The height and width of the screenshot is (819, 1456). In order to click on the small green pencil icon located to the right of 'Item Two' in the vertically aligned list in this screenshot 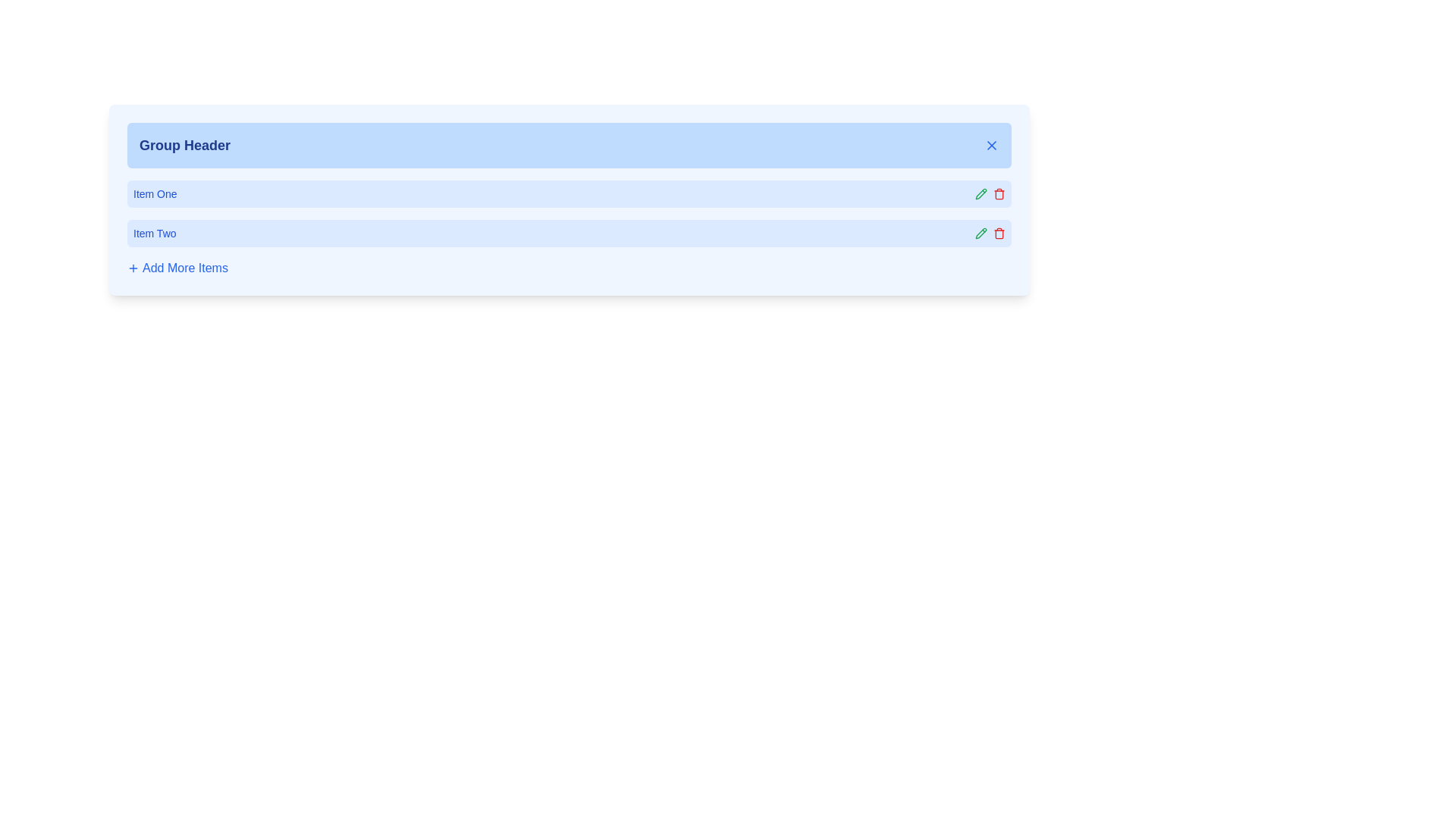, I will do `click(981, 193)`.